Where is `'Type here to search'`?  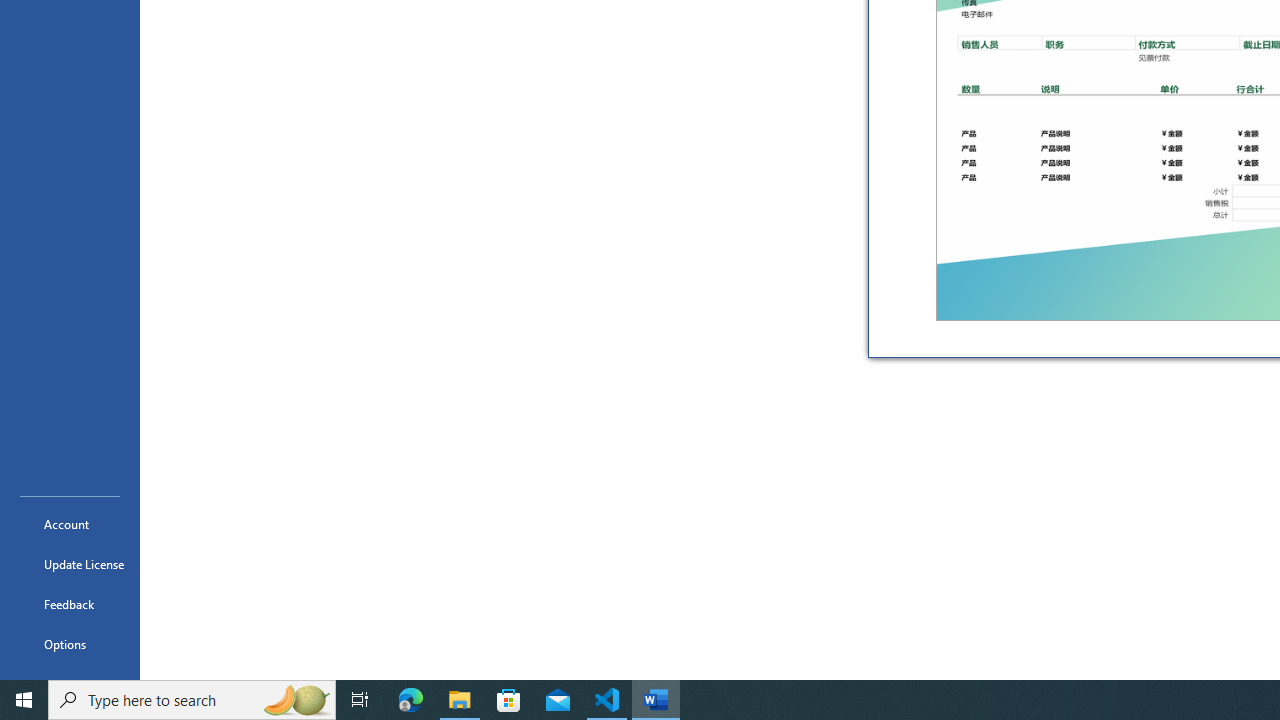 'Type here to search' is located at coordinates (192, 698).